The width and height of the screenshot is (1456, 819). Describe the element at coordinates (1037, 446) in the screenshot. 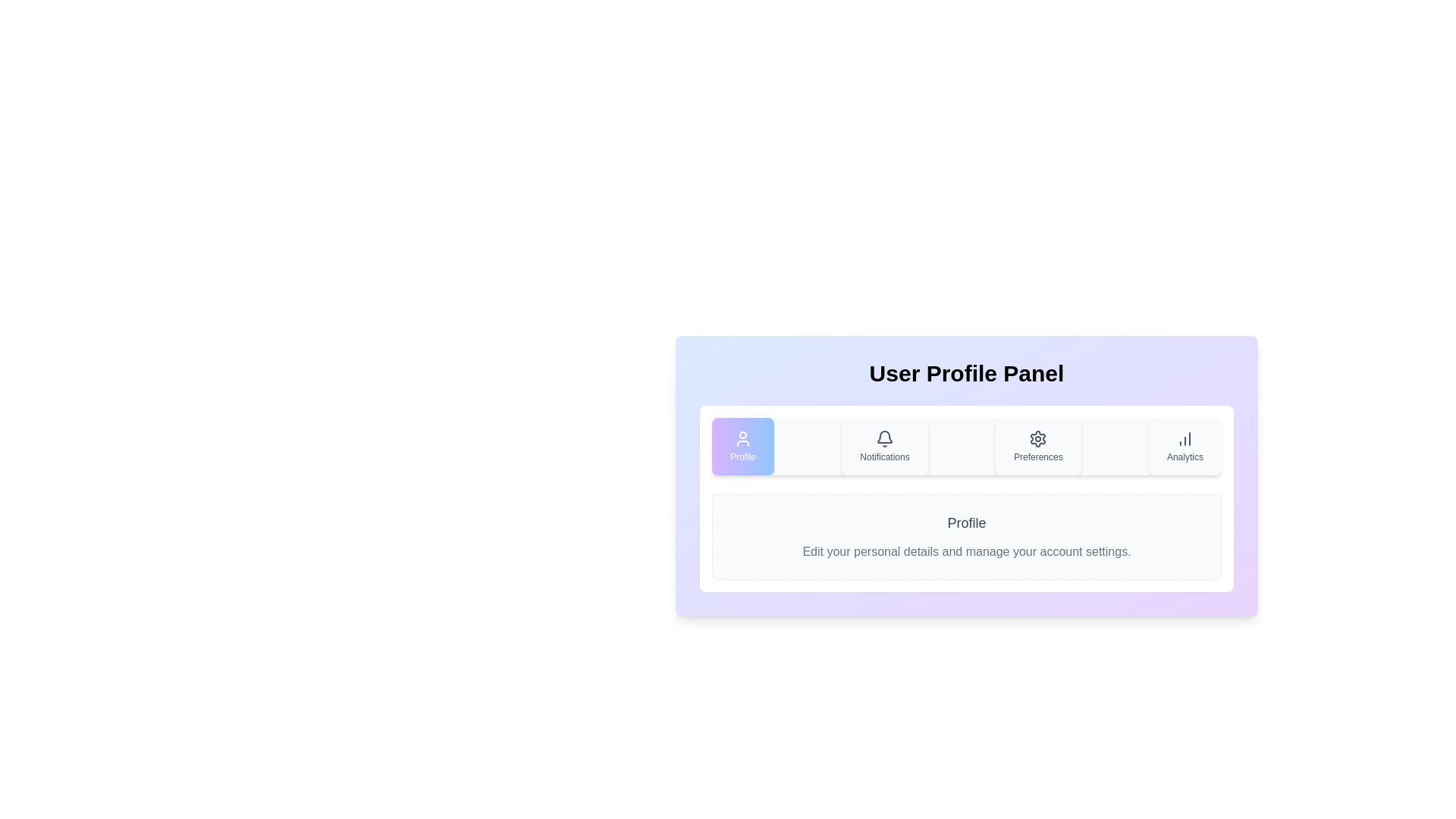

I see `the tab labeled Preferences to preview its interactive effect` at that location.